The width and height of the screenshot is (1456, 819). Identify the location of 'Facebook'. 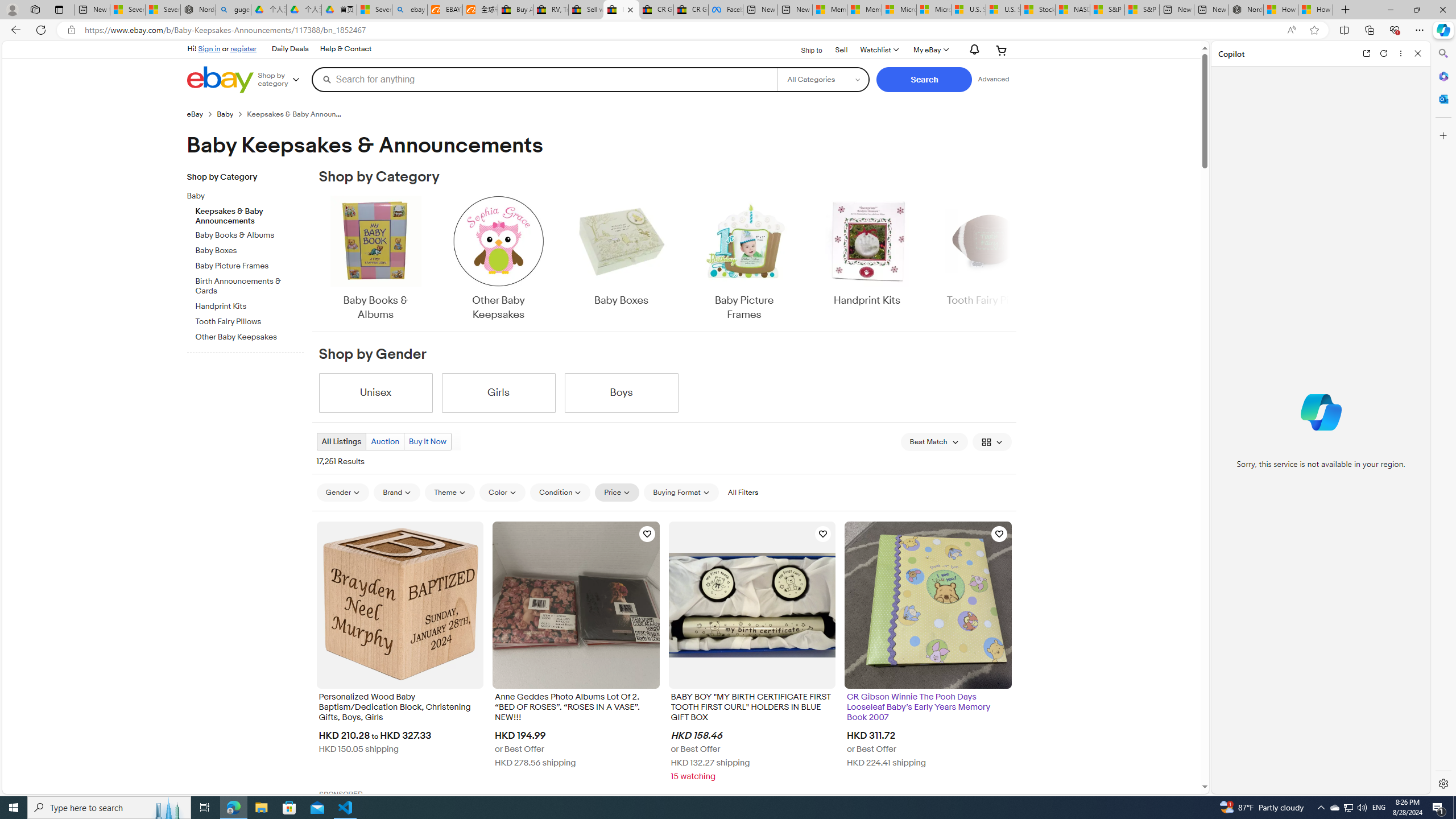
(725, 9).